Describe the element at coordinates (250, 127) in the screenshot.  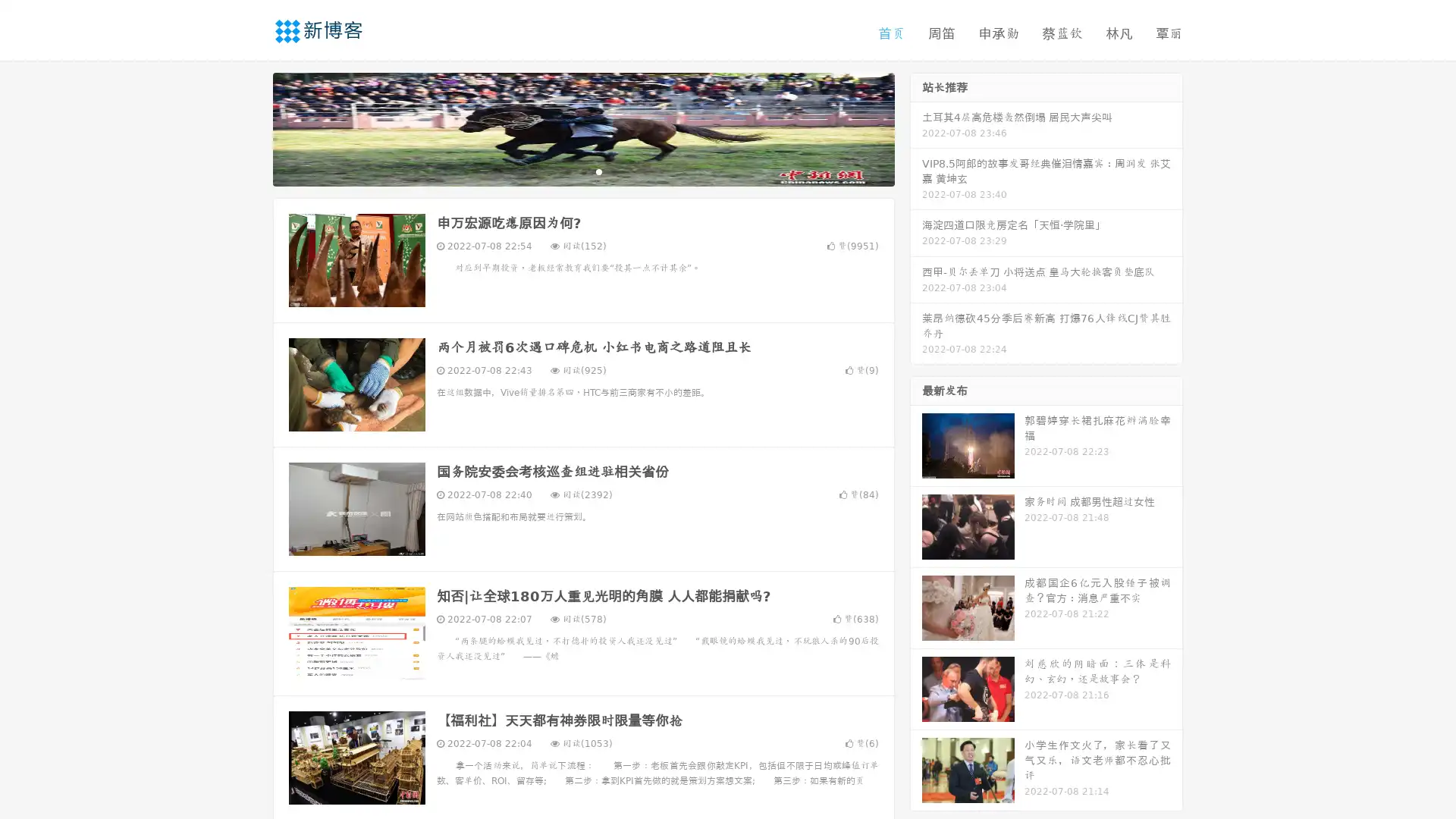
I see `Previous slide` at that location.